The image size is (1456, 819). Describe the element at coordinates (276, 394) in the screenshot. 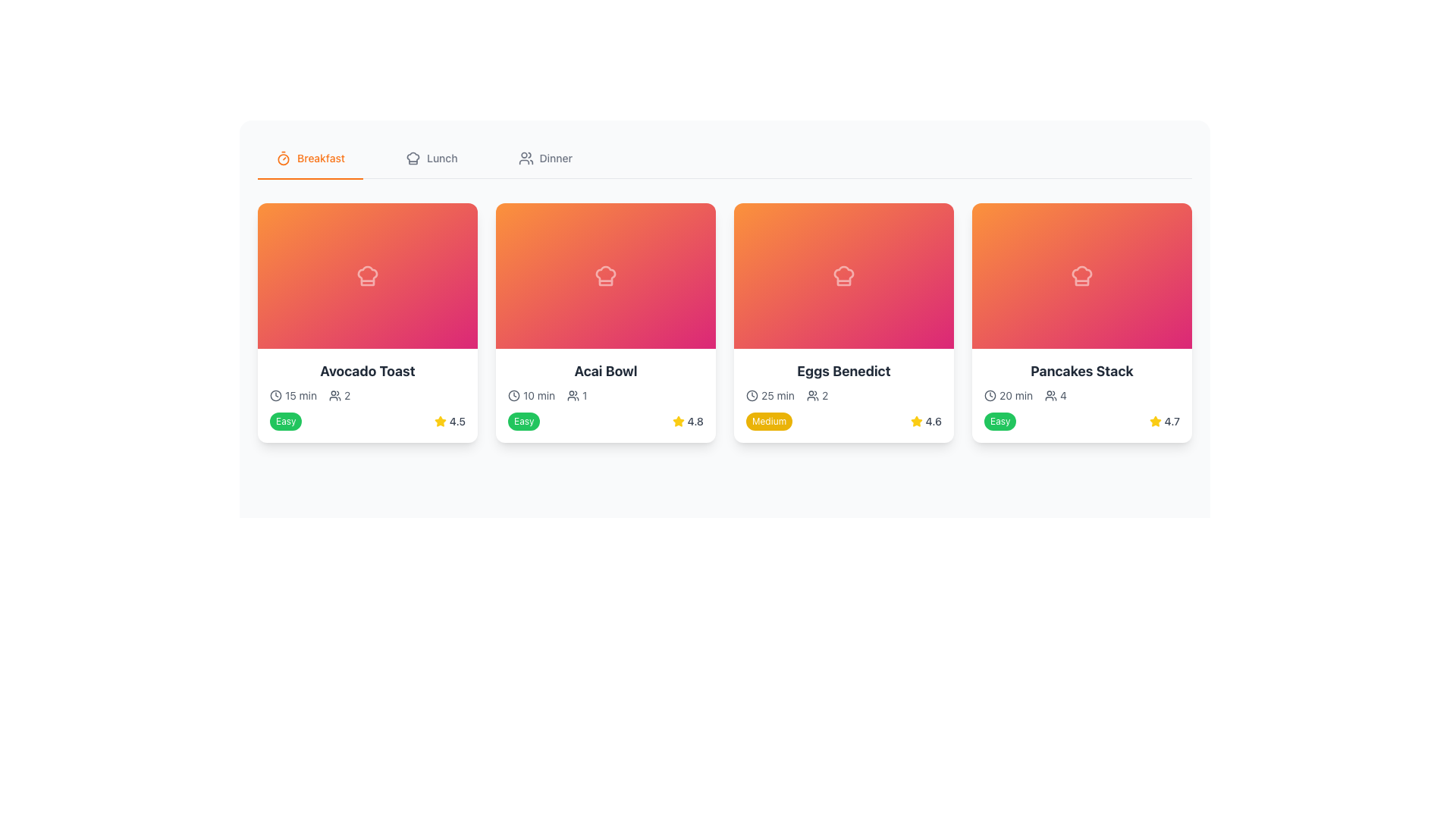

I see `the SVG circle shape that serves as the background frame for the clock symbol in the 'Breakfast' menu tab of the navigation bar` at that location.